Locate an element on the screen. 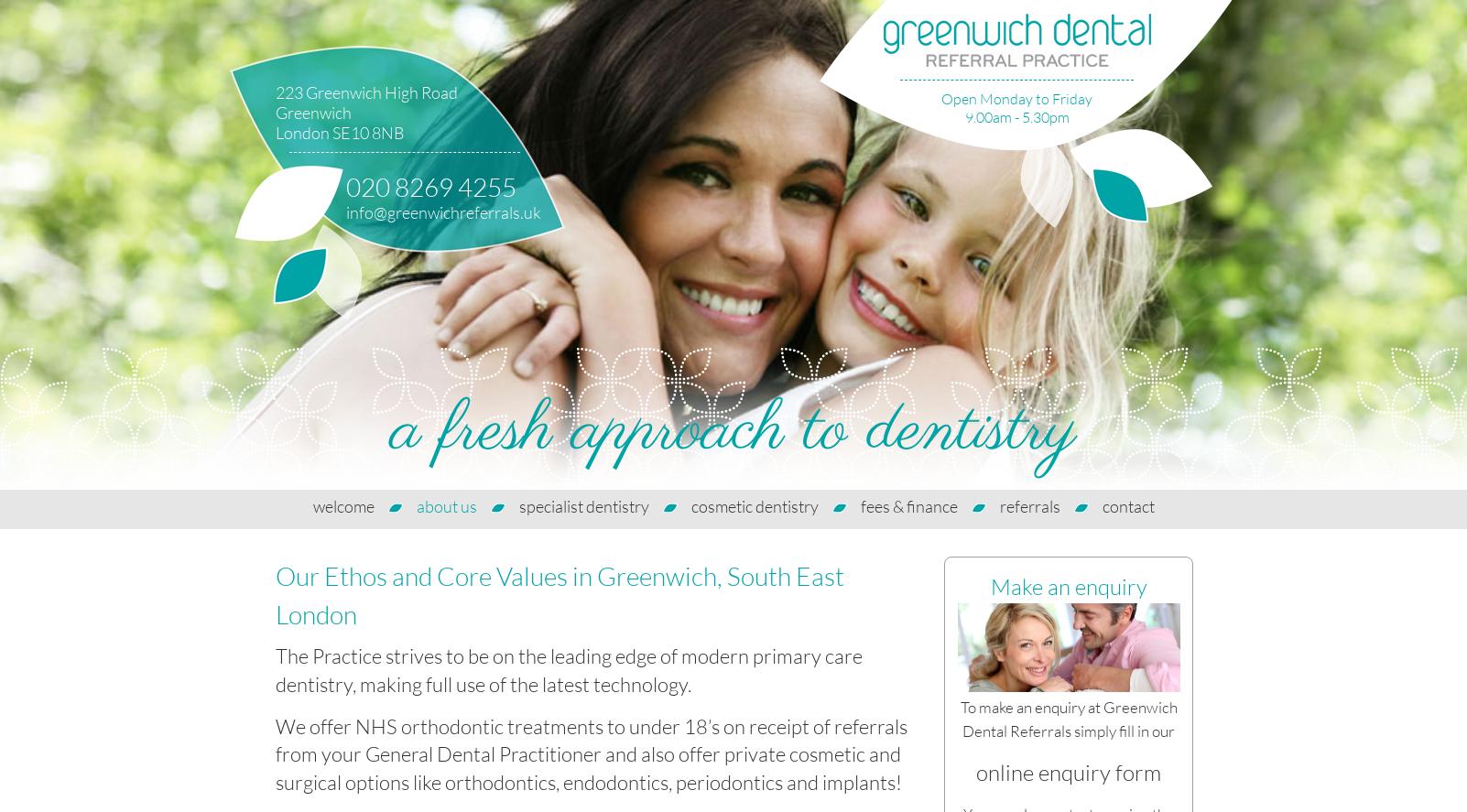 The height and width of the screenshot is (812, 1467). 'a fresh approach to dentistry' is located at coordinates (733, 430).